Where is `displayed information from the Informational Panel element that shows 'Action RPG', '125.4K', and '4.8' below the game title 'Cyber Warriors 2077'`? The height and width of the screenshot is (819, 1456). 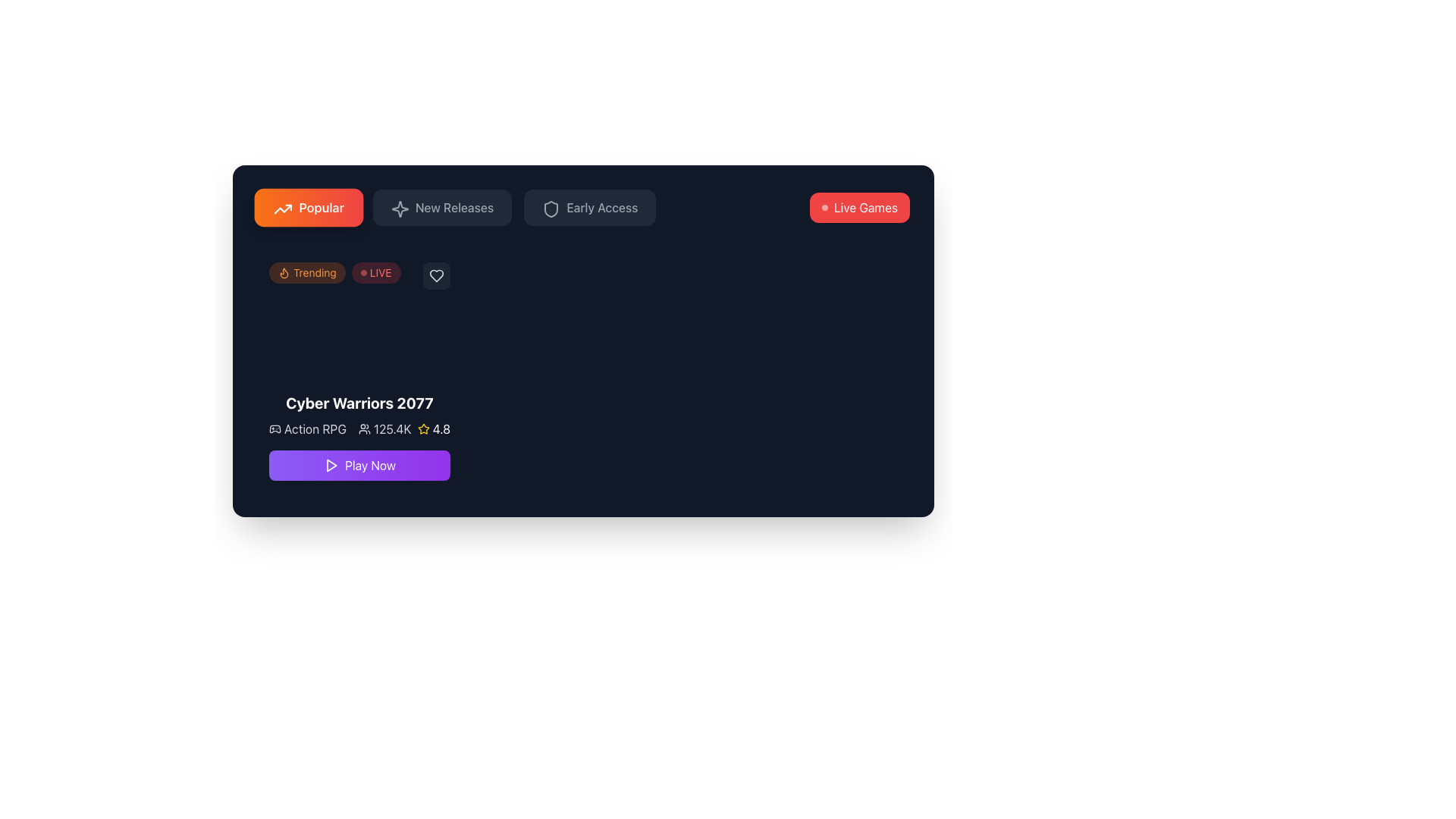 displayed information from the Informational Panel element that shows 'Action RPG', '125.4K', and '4.8' below the game title 'Cyber Warriors 2077' is located at coordinates (359, 429).